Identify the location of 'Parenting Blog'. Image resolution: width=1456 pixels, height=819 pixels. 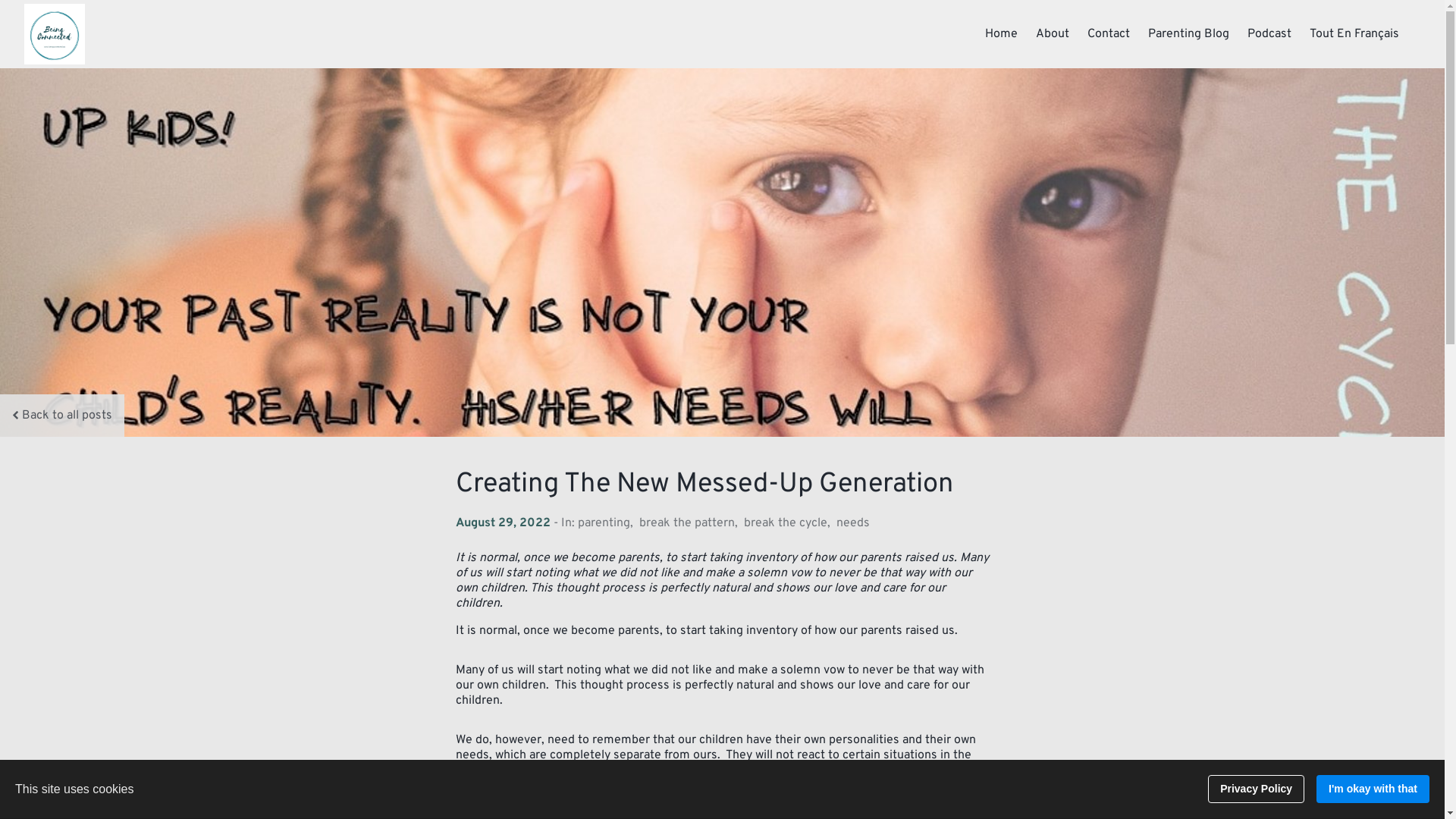
(1188, 34).